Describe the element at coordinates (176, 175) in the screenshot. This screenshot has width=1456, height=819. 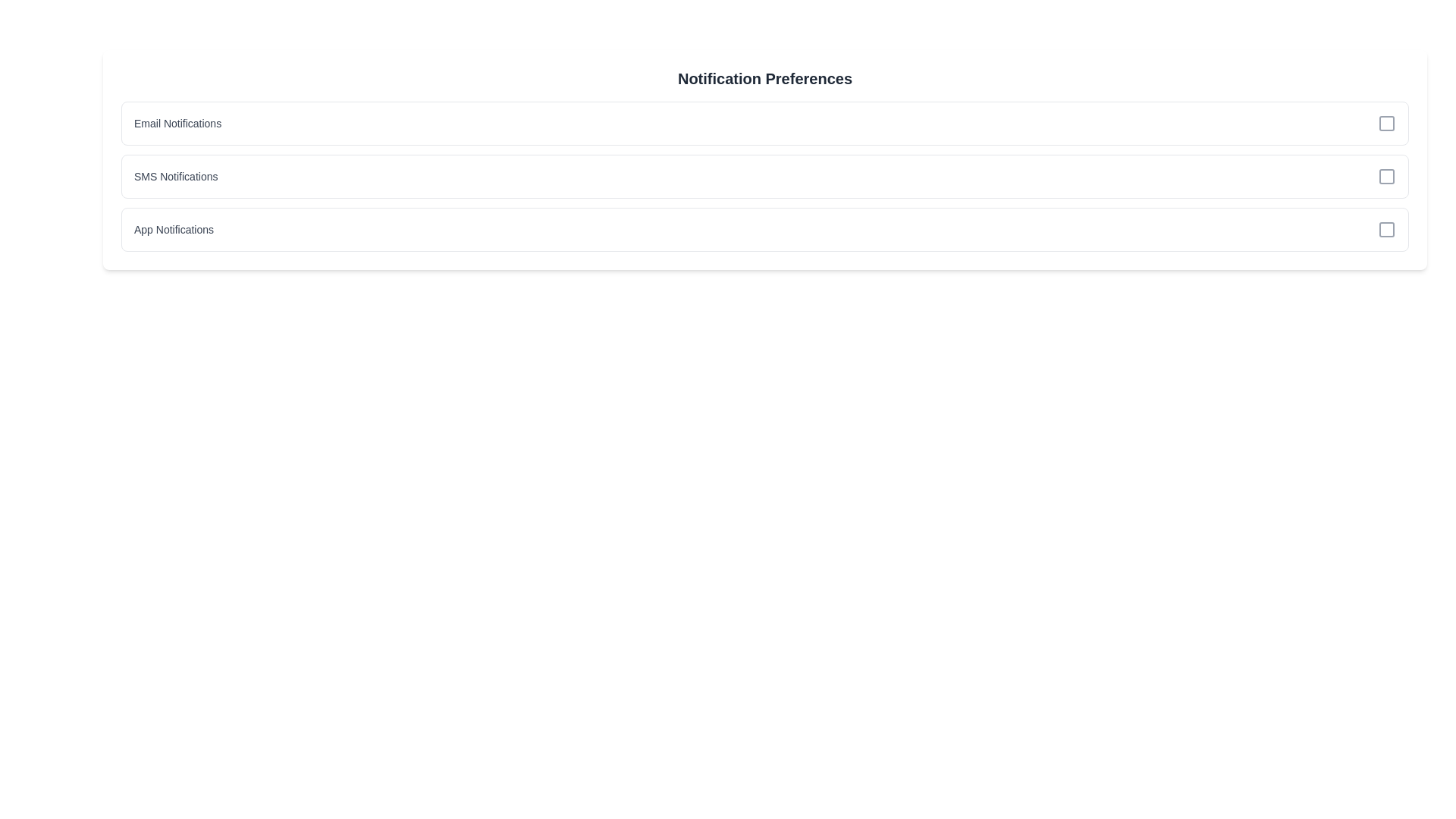
I see `text label displaying 'SMS Notifications' which is located in the center-left area of its option card, styled with a smaller gray font` at that location.